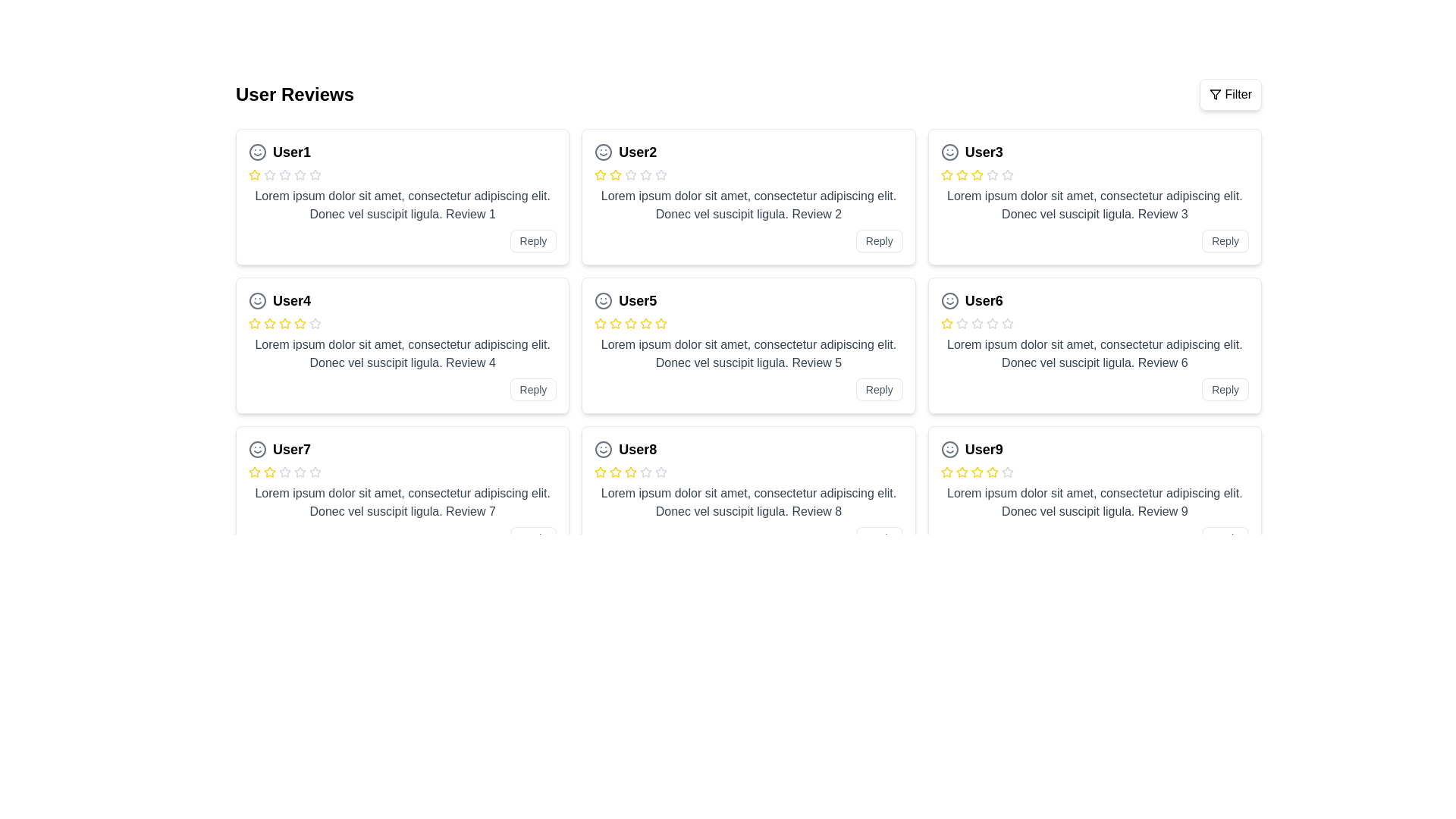 Image resolution: width=1456 pixels, height=819 pixels. What do you see at coordinates (748, 345) in the screenshot?
I see `information displayed on the Review Card, which is the second card in the second row of the grid layout, located between the 'User4' card on the left and the 'User6' card on the right` at bounding box center [748, 345].